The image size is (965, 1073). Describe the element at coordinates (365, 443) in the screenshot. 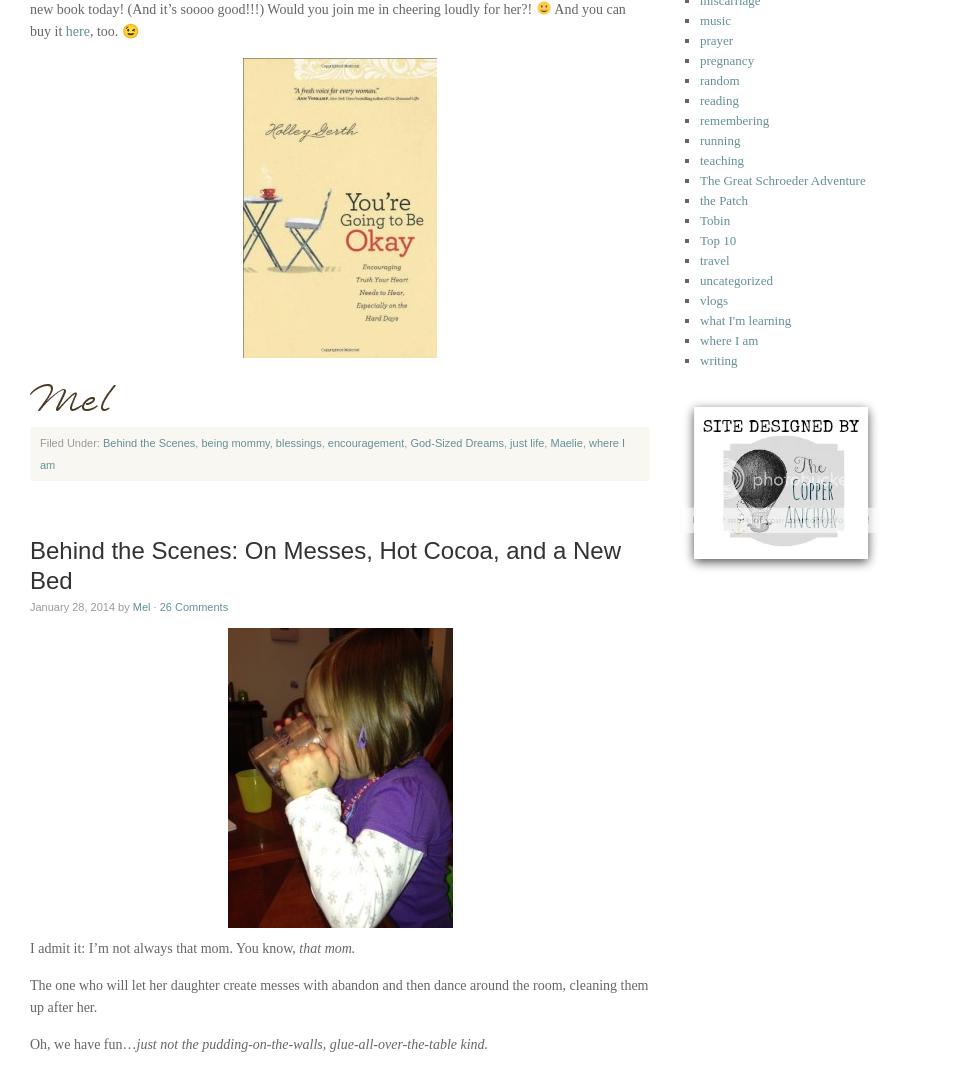

I see `'encouragement'` at that location.